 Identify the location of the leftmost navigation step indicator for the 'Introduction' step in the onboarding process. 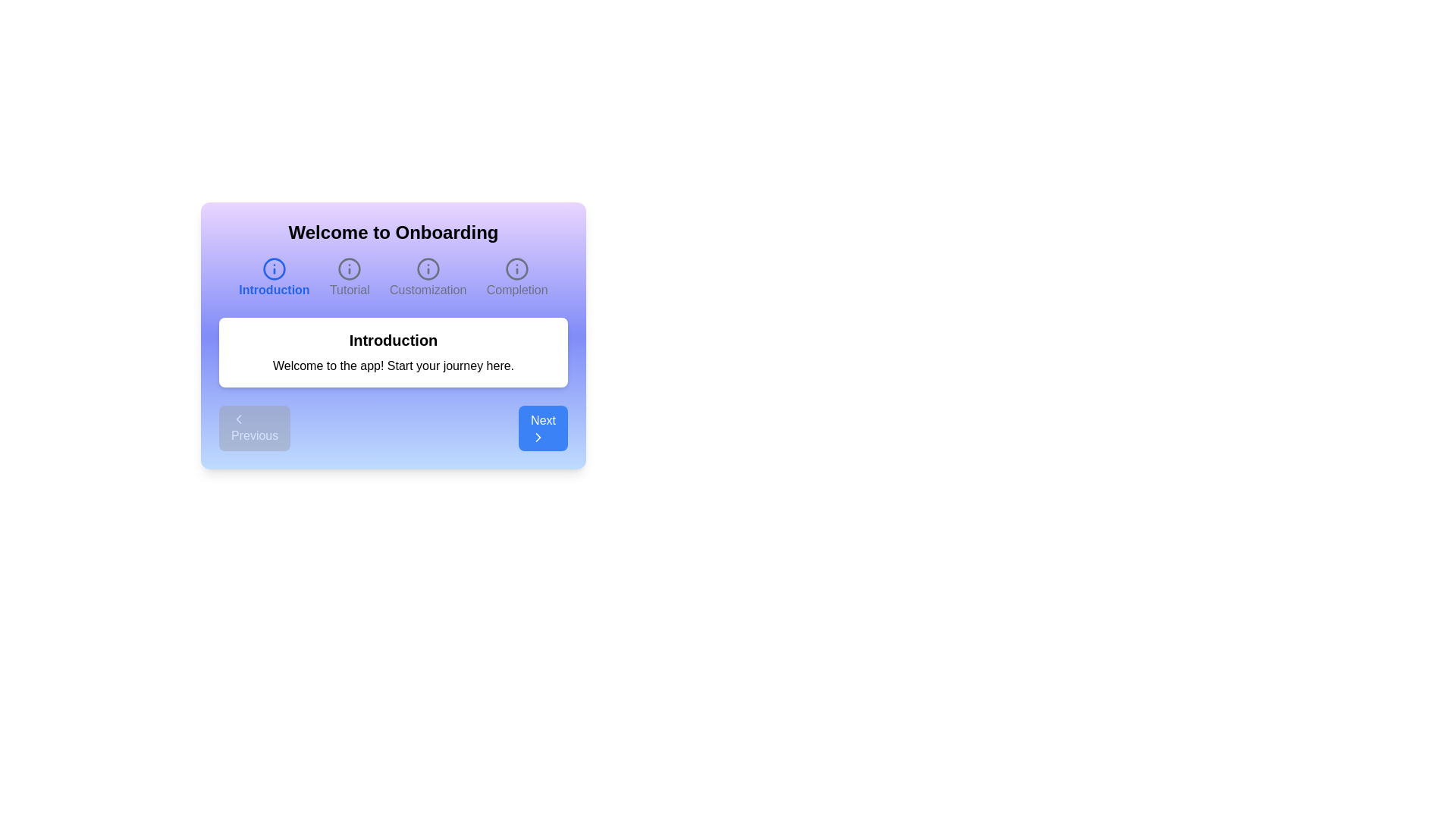
(274, 278).